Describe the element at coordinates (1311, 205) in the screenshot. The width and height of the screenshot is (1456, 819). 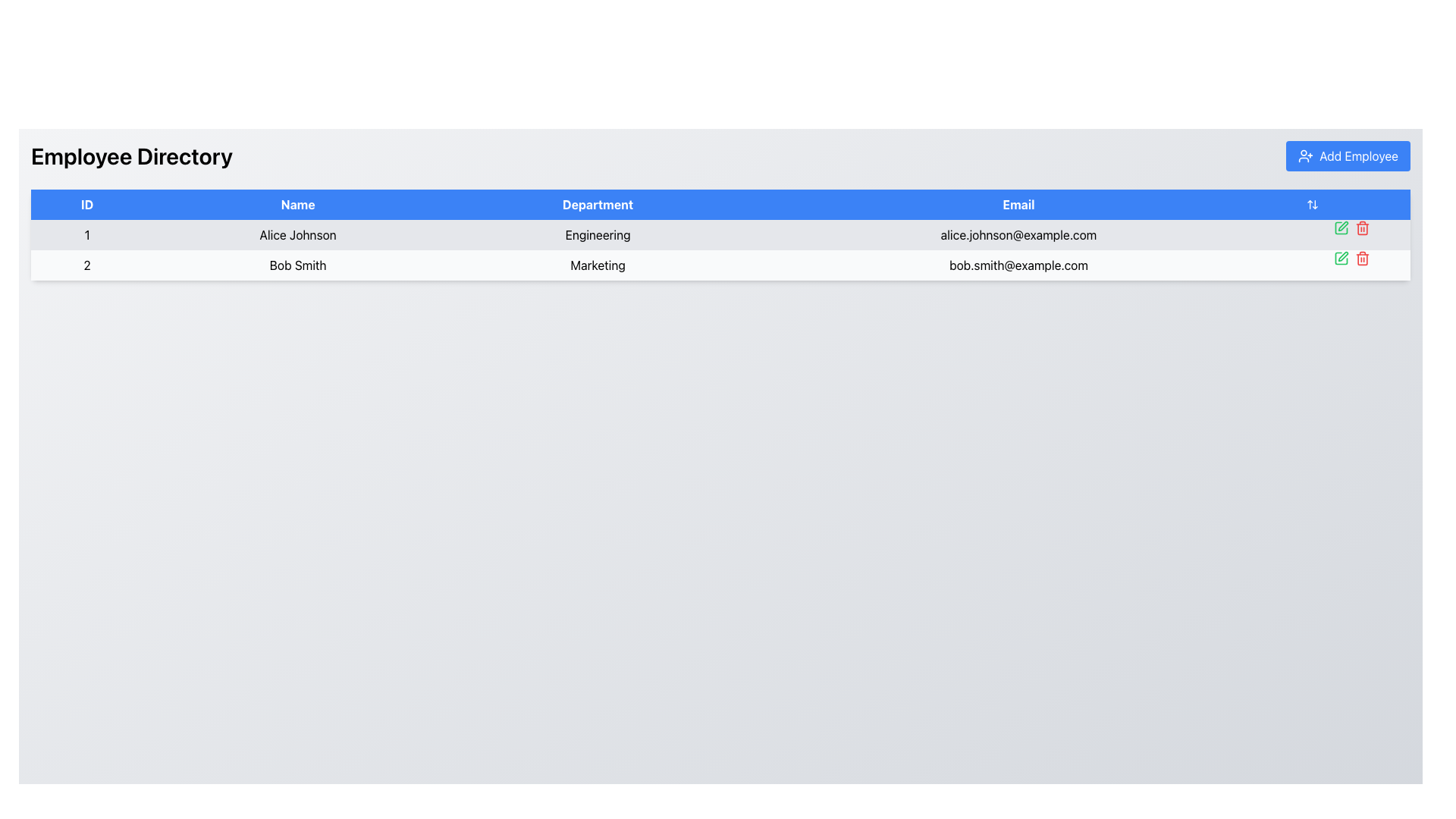
I see `the Sort Indicator Icon, which is a vertically stacked pair of arrows pointing in opposite directions on a blue background, located in the rightmost part of the second column in the header row of the table` at that location.